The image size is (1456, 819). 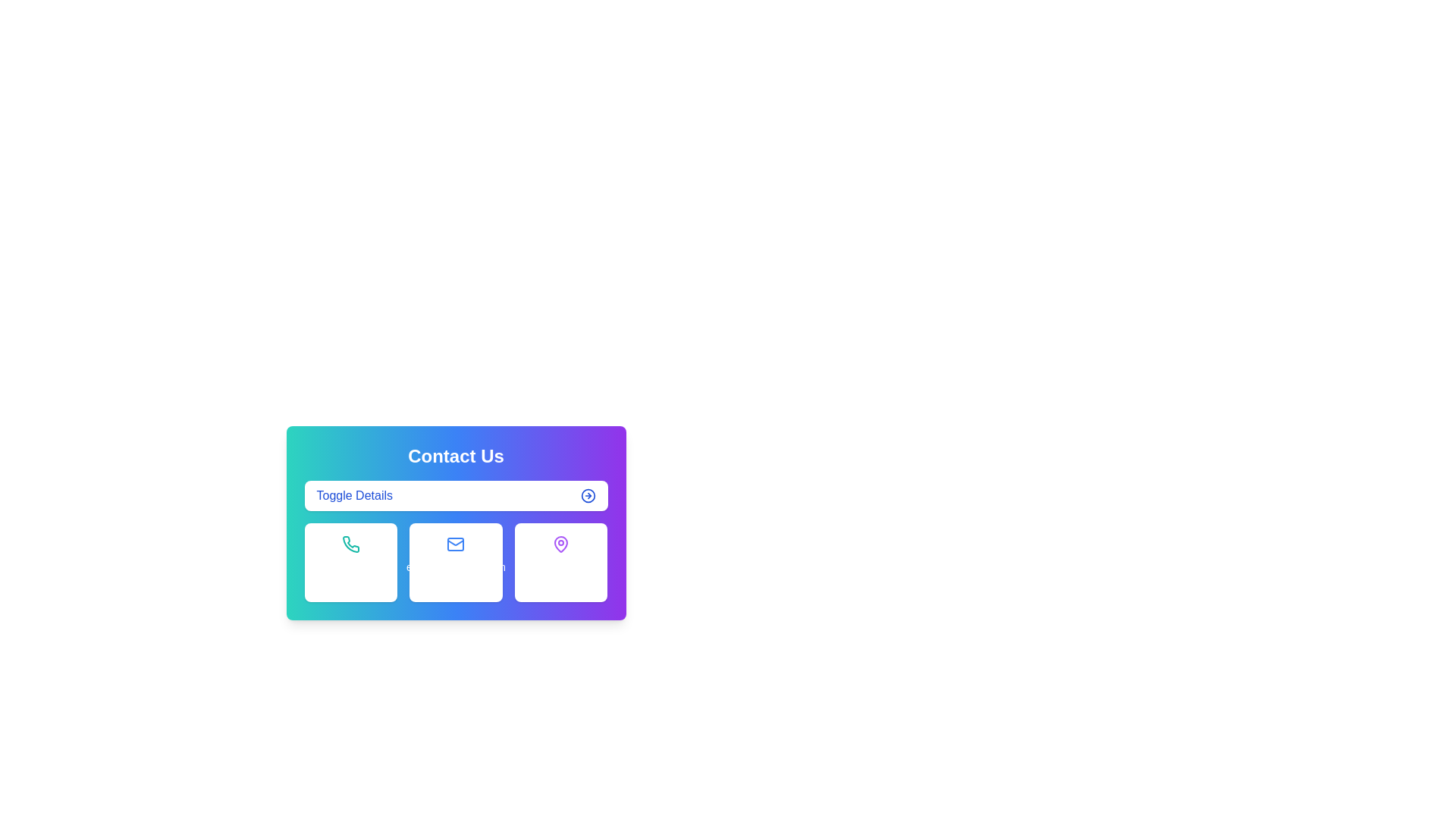 I want to click on the rectangular SVG element styled as part of an email icon, located in the middle section of the contact options row, so click(x=455, y=543).